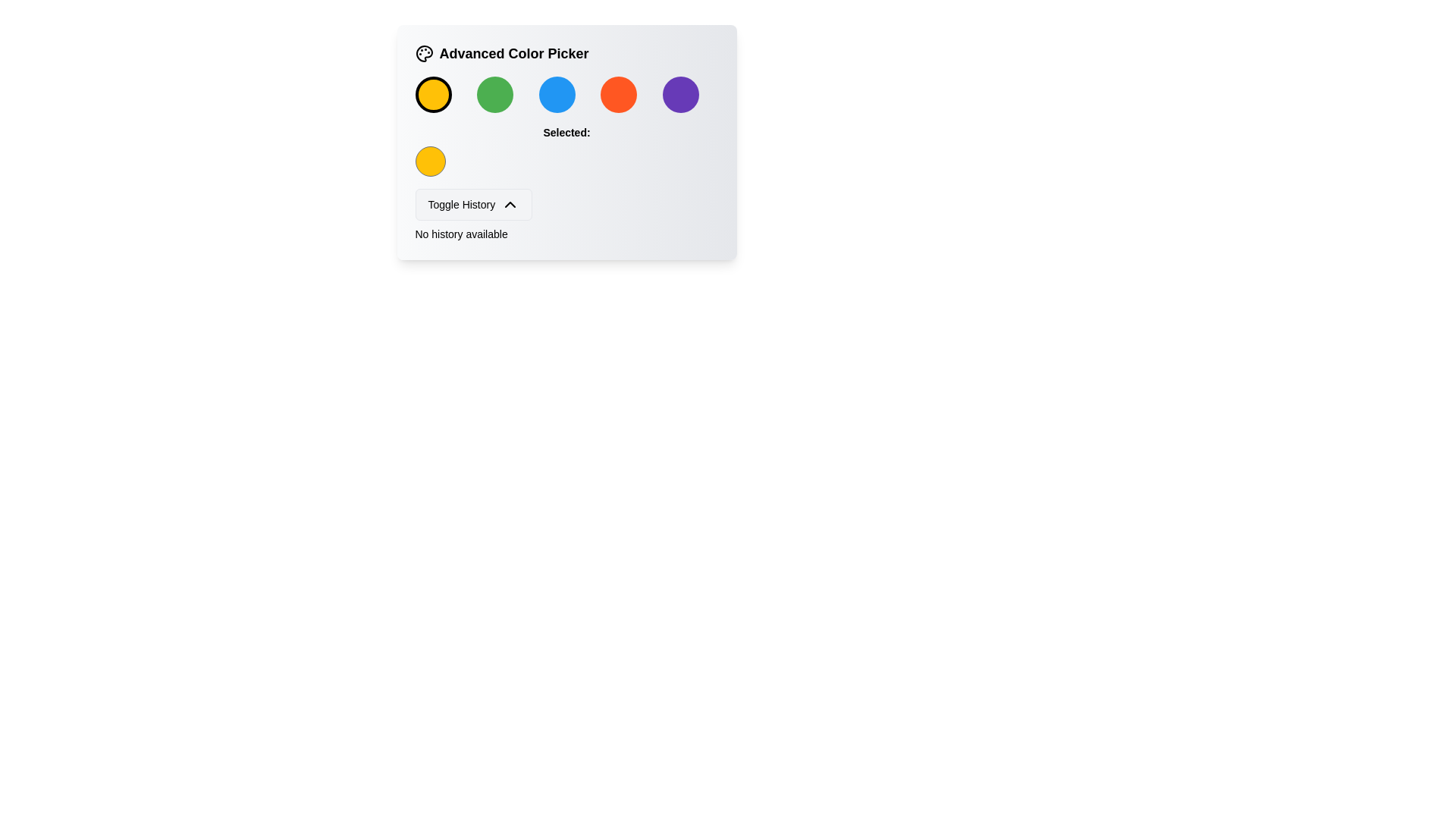 The height and width of the screenshot is (819, 1456). Describe the element at coordinates (495, 94) in the screenshot. I see `the green circular button, which is the second button in a row of five` at that location.